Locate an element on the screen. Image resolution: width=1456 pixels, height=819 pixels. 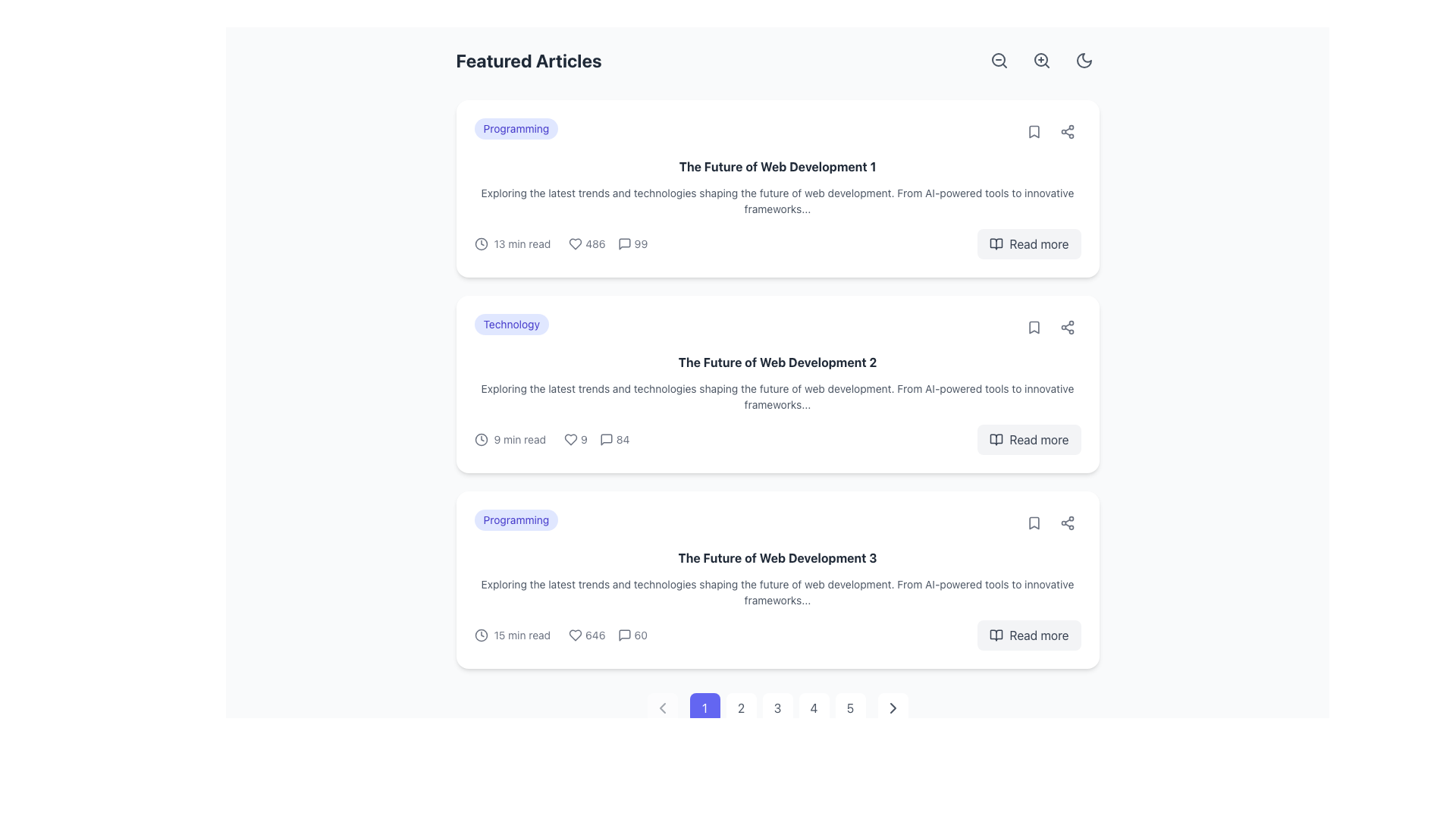
the heart-shaped icon located within the second content card's metadata is located at coordinates (570, 439).